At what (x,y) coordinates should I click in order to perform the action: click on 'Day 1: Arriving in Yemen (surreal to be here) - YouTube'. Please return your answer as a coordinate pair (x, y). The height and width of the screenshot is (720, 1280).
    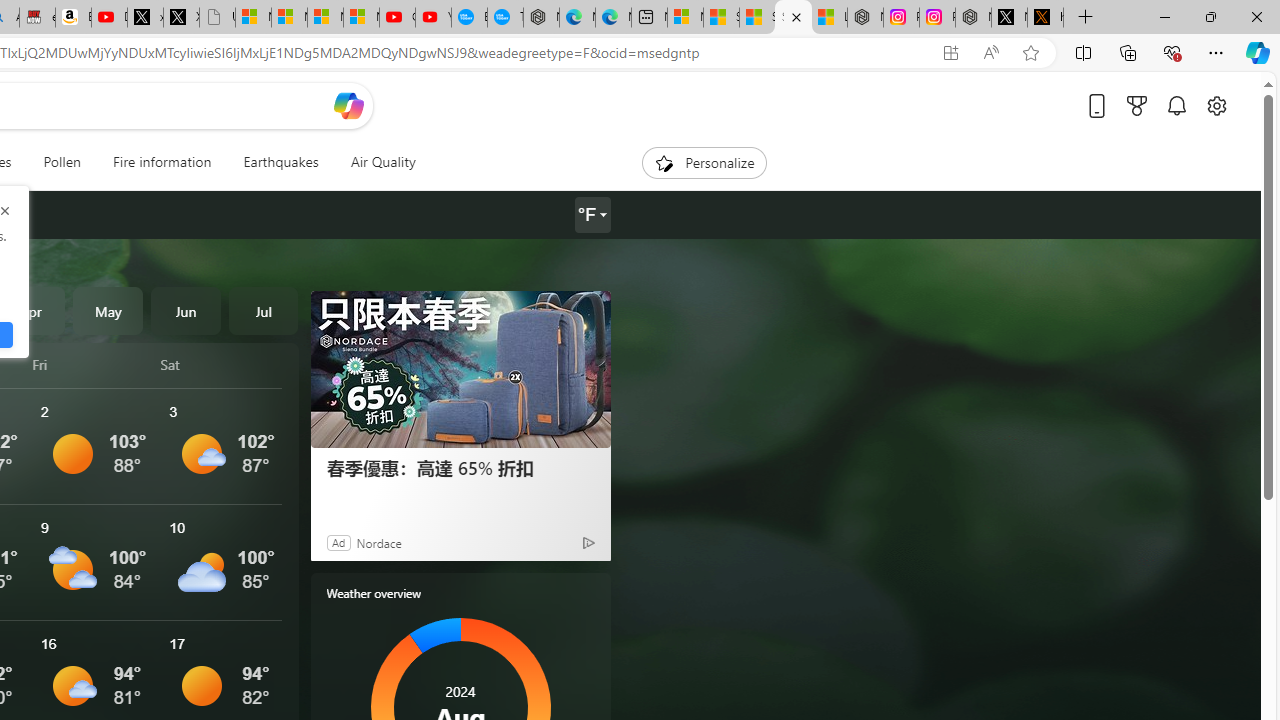
    Looking at the image, I should click on (108, 17).